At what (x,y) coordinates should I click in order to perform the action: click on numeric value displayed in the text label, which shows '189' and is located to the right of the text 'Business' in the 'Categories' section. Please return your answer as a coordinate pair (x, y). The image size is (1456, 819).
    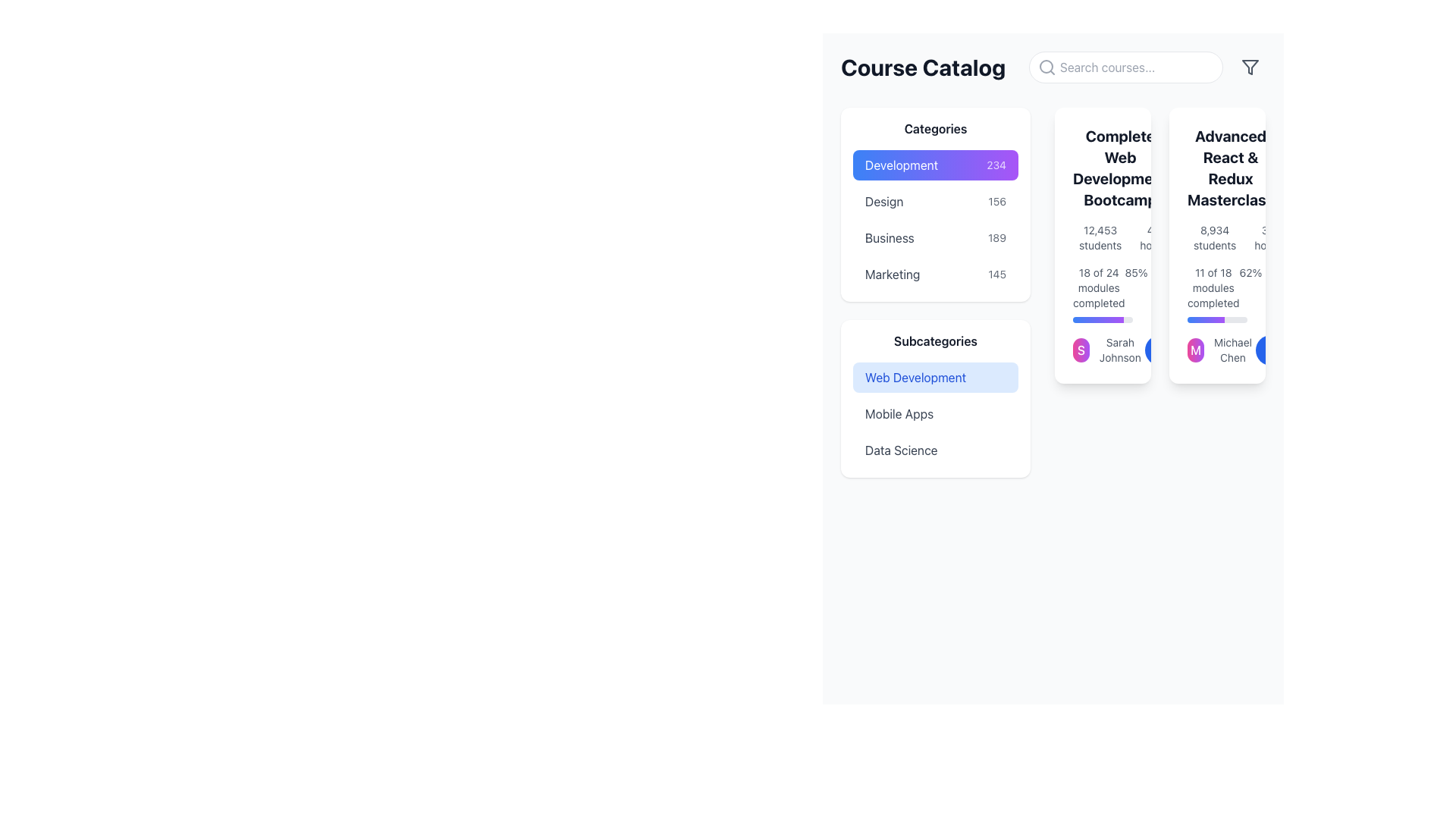
    Looking at the image, I should click on (997, 237).